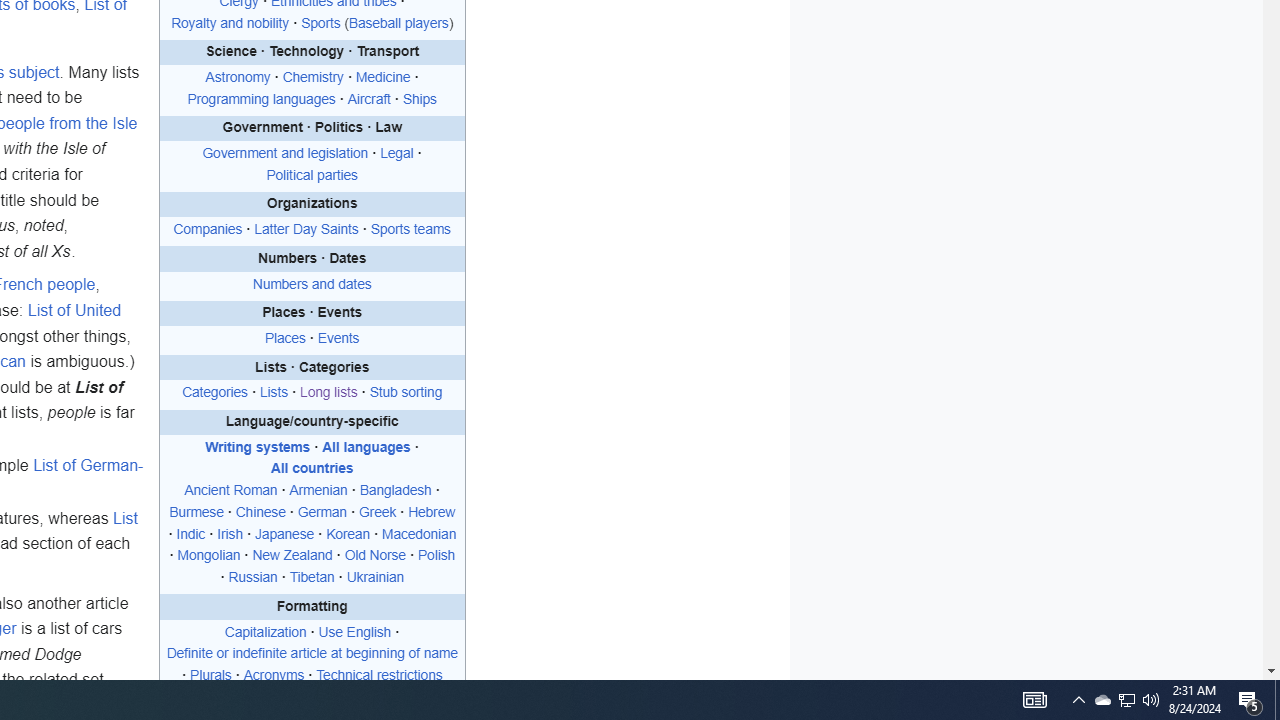  Describe the element at coordinates (311, 578) in the screenshot. I see `'Tibetan'` at that location.